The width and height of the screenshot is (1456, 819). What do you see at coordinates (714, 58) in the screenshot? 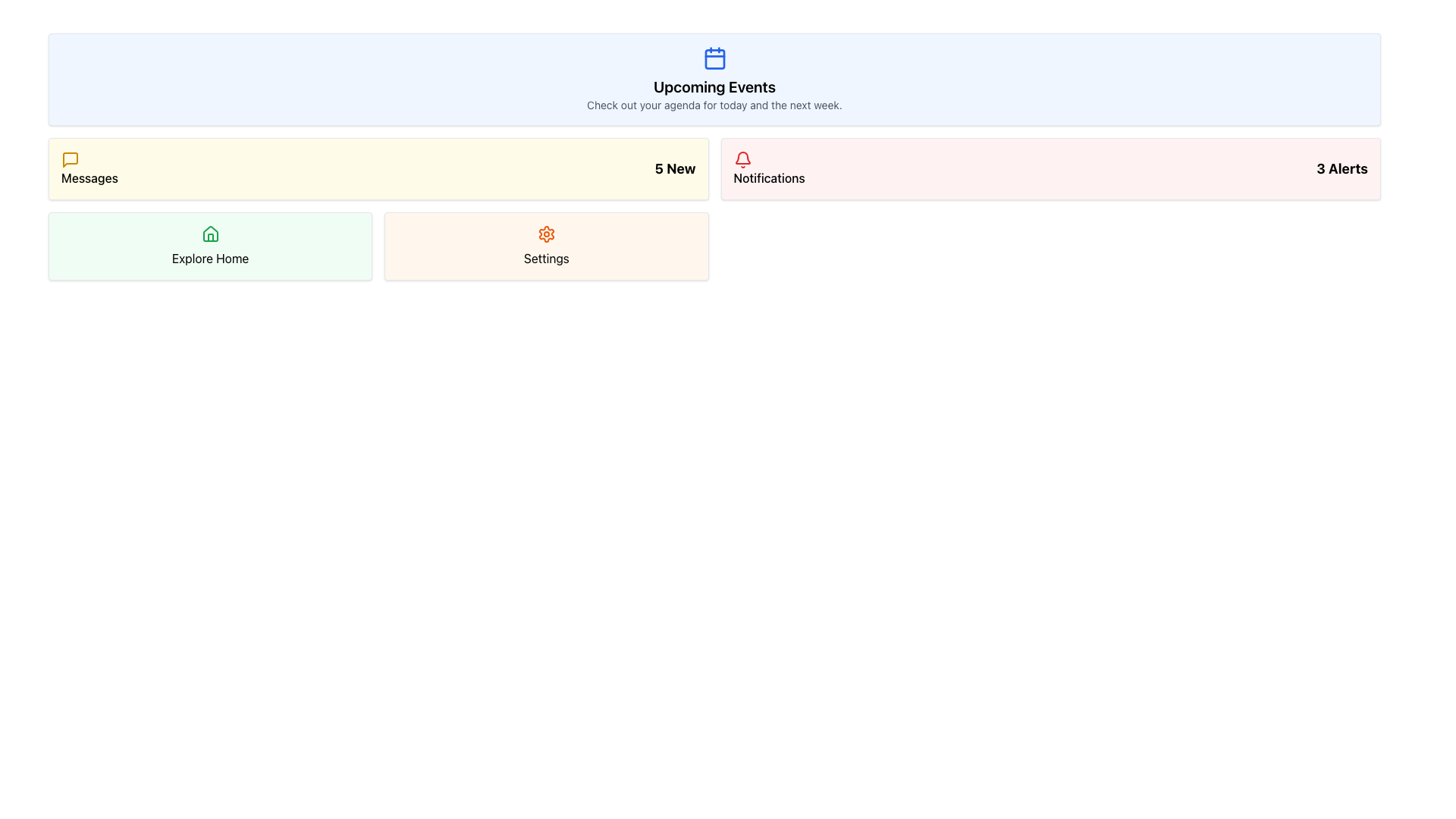
I see `the rectangular block within the calendar icon, which represents the calendar days or events, positioned centrally above the 'Upcoming Events' text` at bounding box center [714, 58].